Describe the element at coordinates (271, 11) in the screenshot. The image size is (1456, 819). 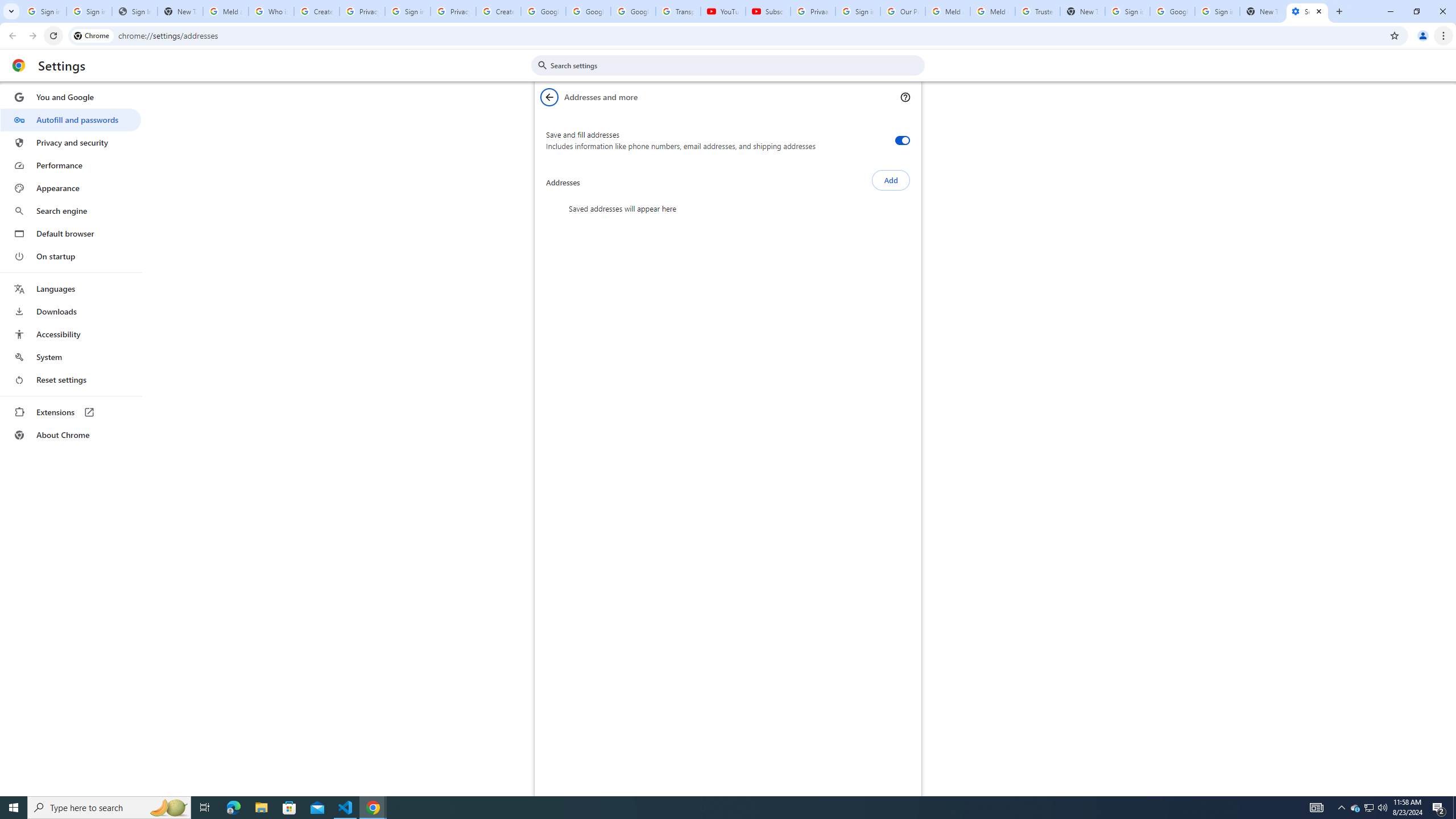
I see `'Who is my administrator? - Google Account Help'` at that location.